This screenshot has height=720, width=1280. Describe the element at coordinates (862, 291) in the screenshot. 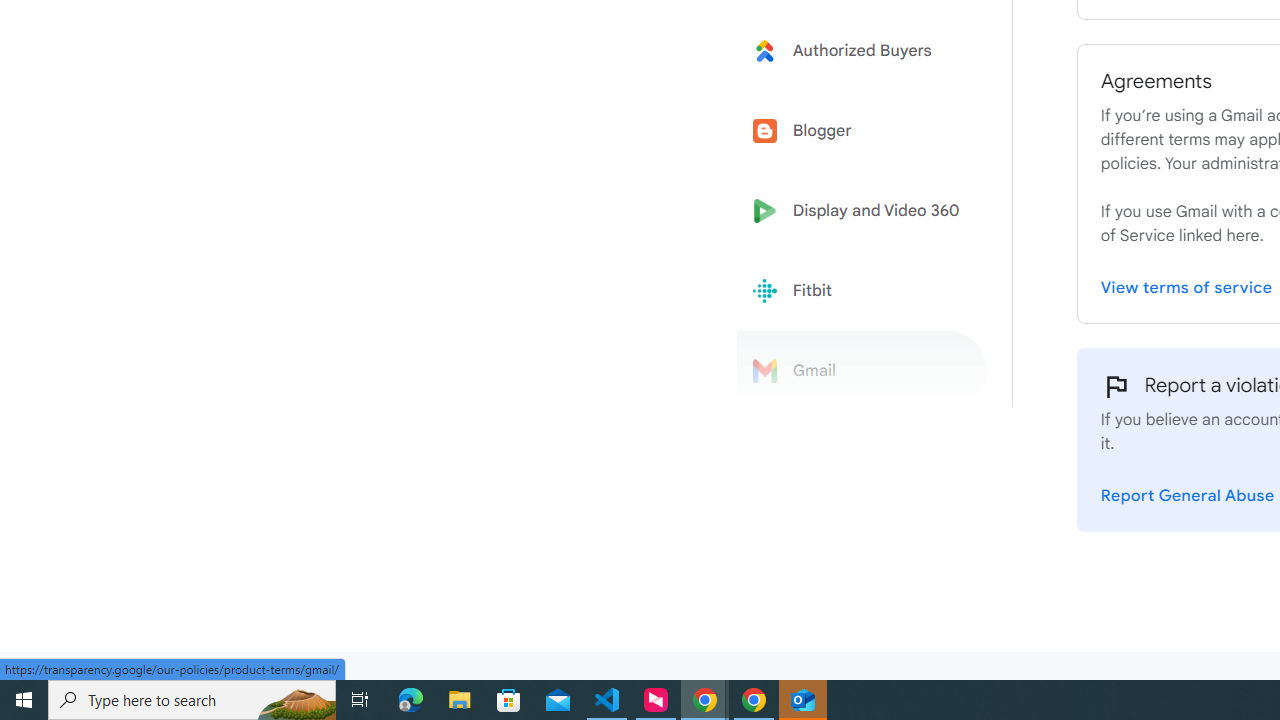

I see `'Fitbit'` at that location.